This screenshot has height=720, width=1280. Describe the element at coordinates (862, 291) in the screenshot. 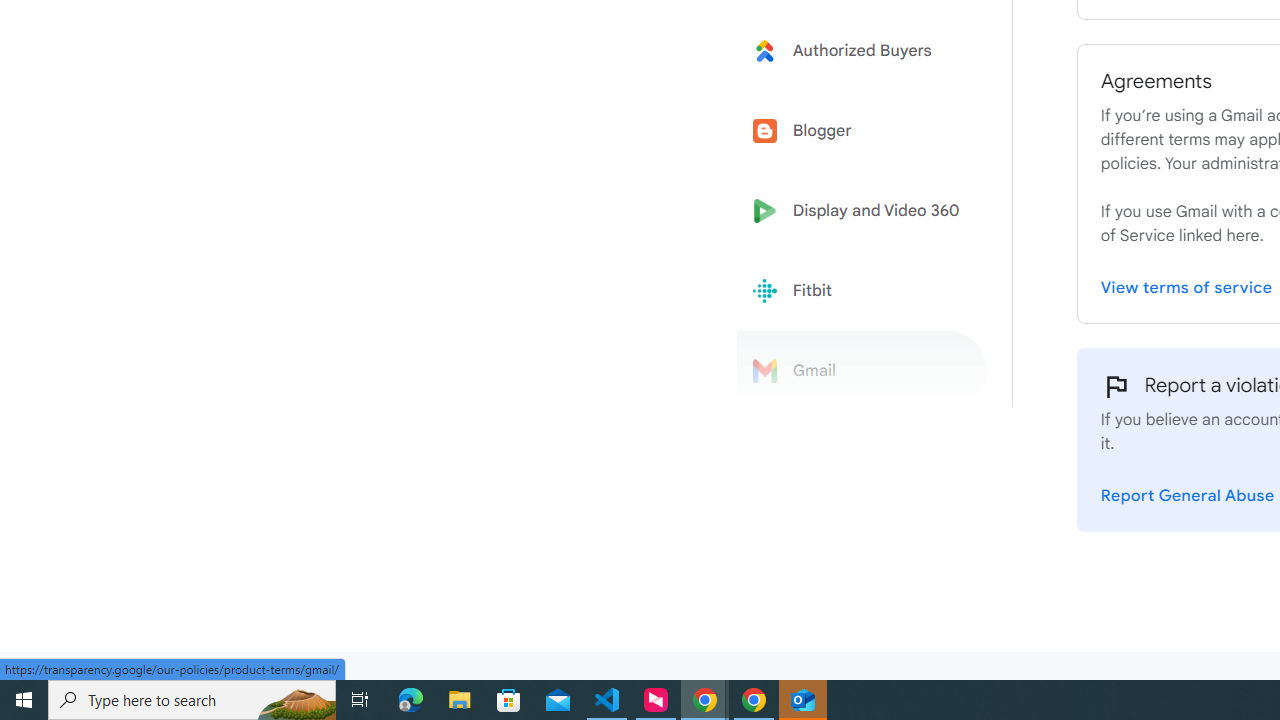

I see `'Fitbit'` at that location.